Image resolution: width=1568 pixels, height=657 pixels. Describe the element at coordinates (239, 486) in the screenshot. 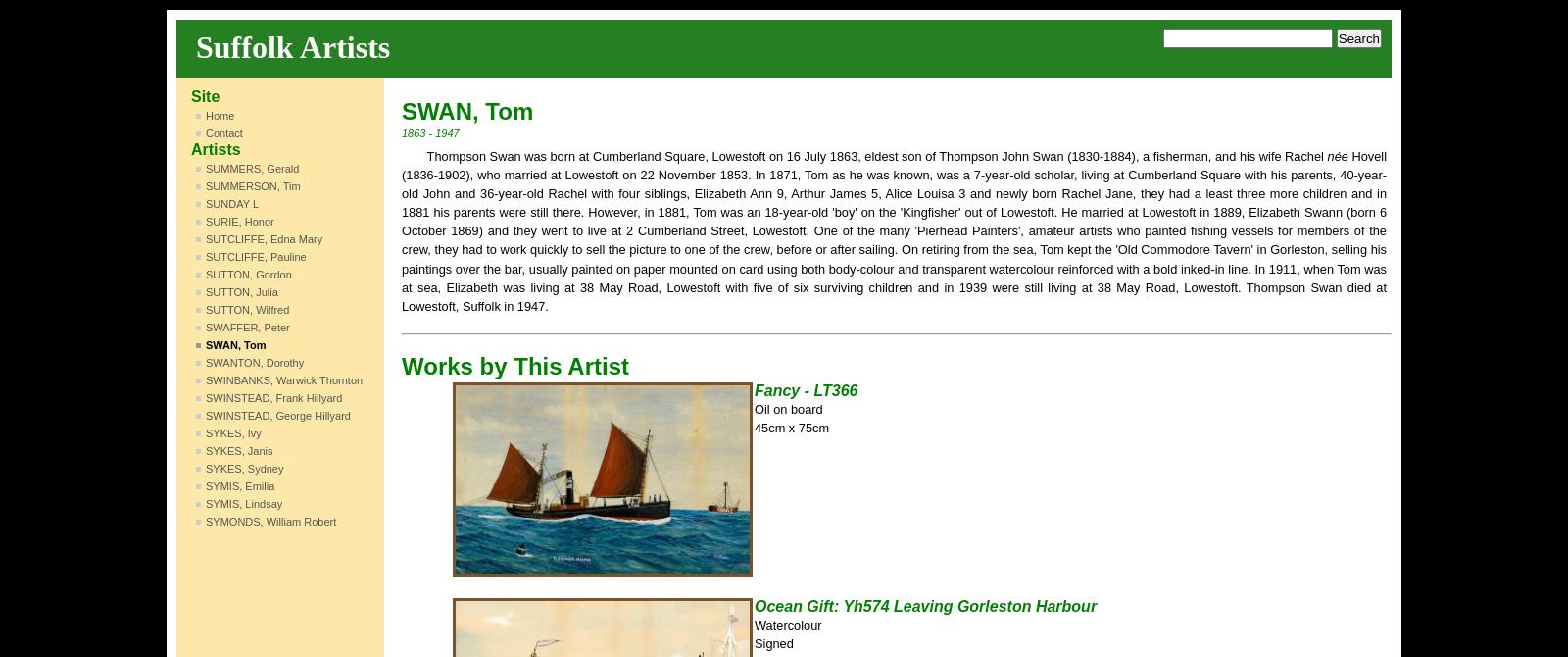

I see `'SYMIS, Emilia'` at that location.